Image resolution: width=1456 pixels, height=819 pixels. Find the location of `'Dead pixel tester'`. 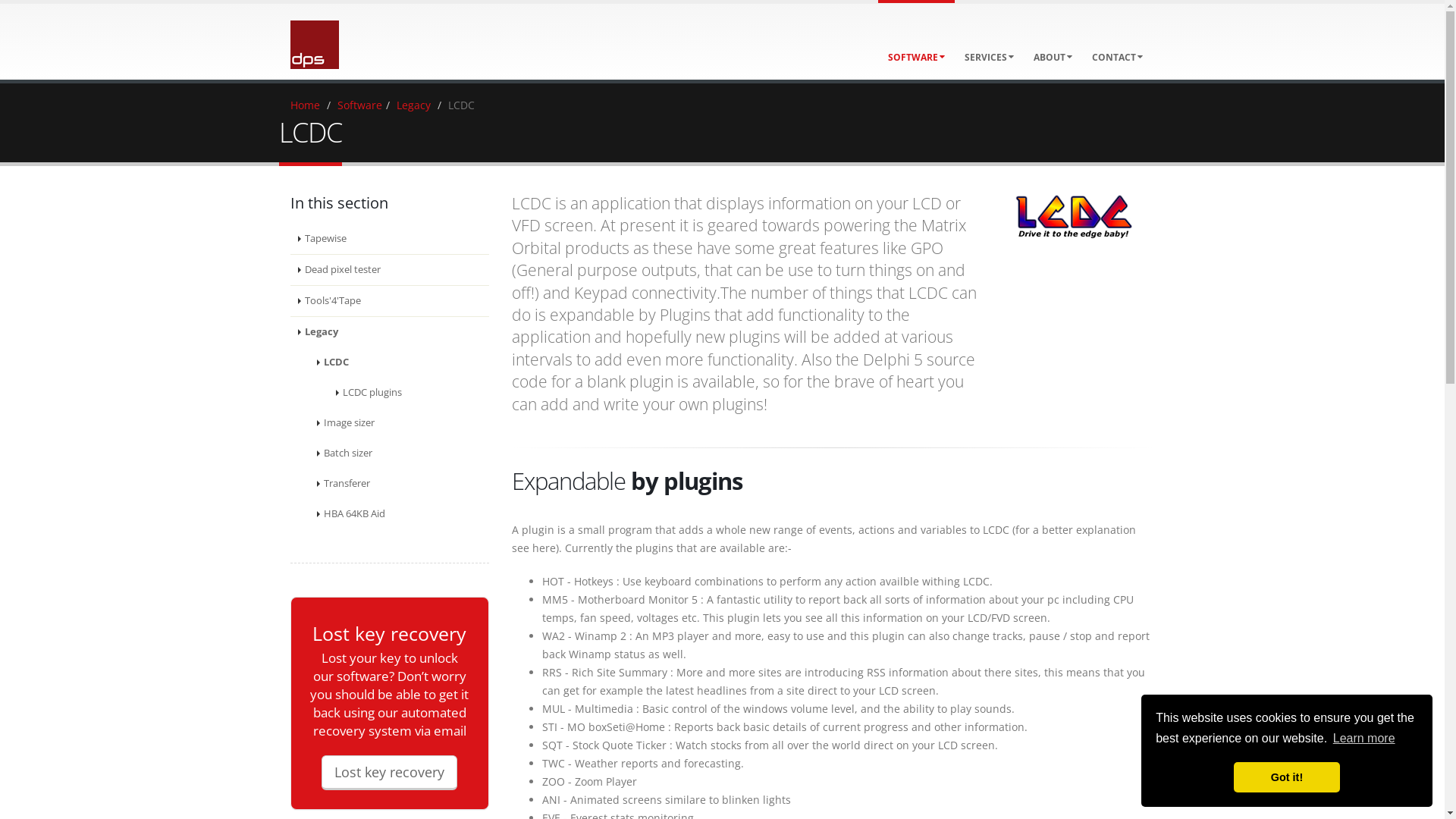

'Dead pixel tester' is located at coordinates (389, 269).